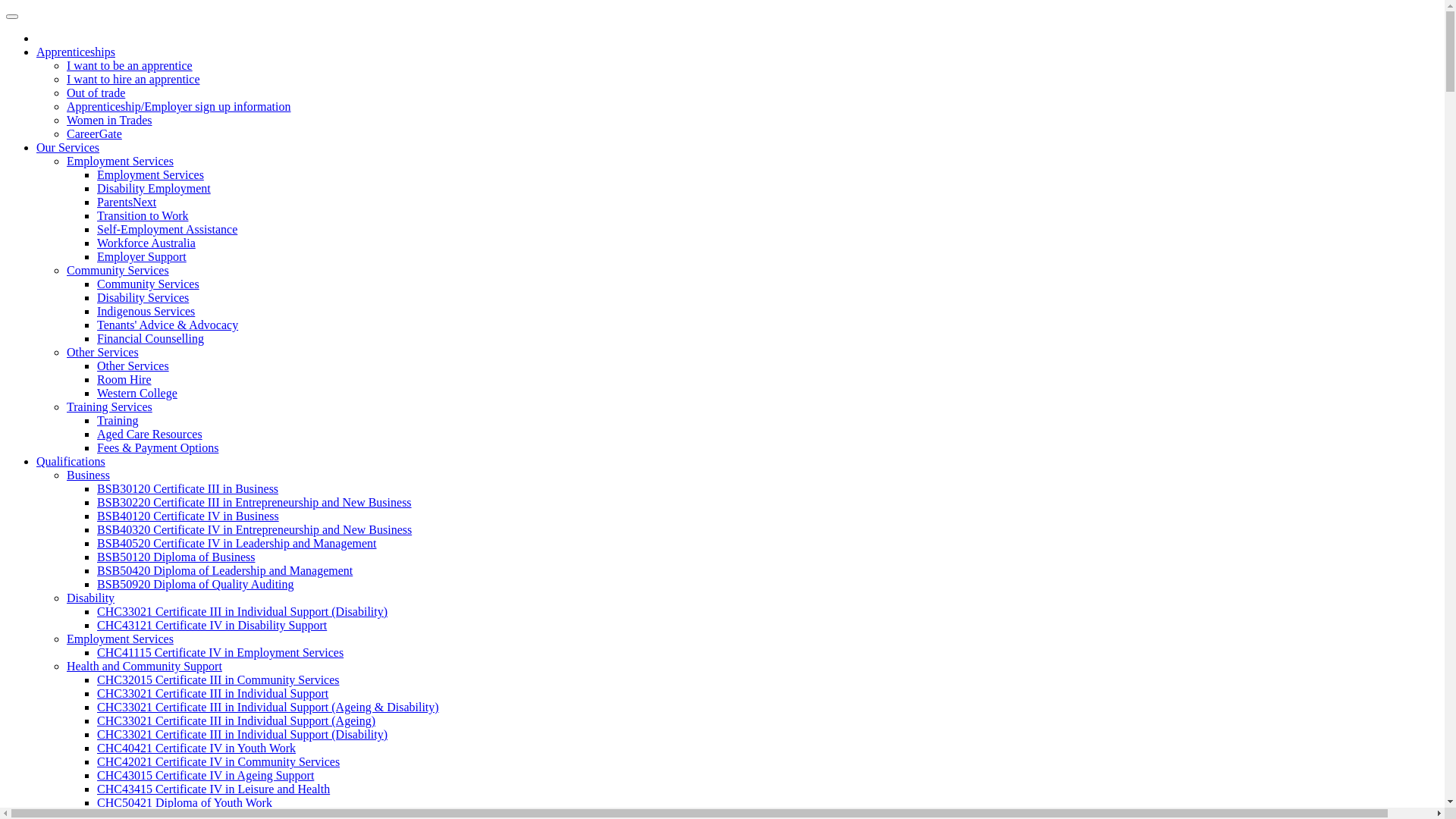  I want to click on 'Financial Counselling', so click(96, 337).